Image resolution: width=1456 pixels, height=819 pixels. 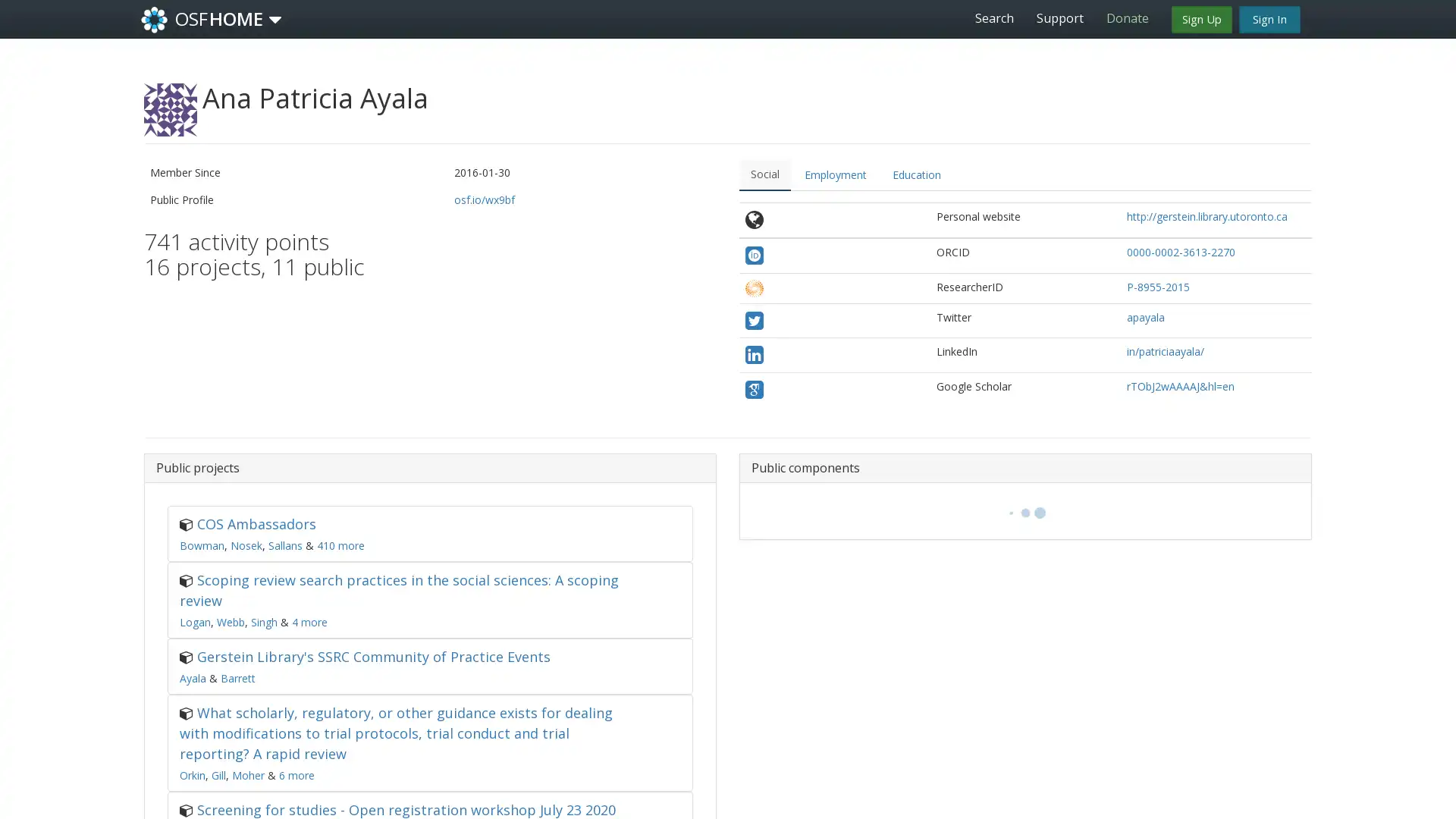 I want to click on Toggle primary navigation, so click(x=275, y=20).